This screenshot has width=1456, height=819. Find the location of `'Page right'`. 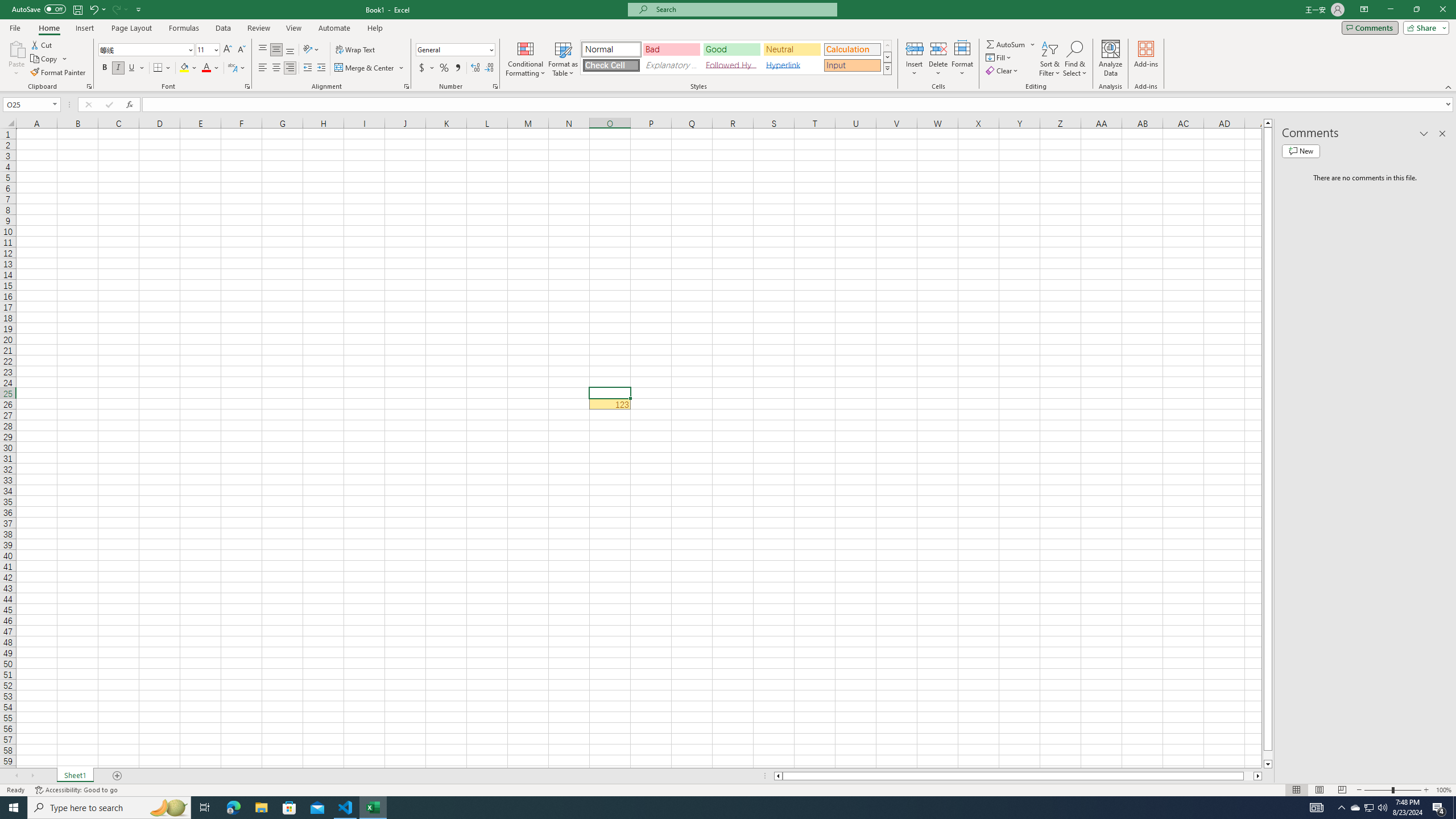

'Page right' is located at coordinates (1248, 775).